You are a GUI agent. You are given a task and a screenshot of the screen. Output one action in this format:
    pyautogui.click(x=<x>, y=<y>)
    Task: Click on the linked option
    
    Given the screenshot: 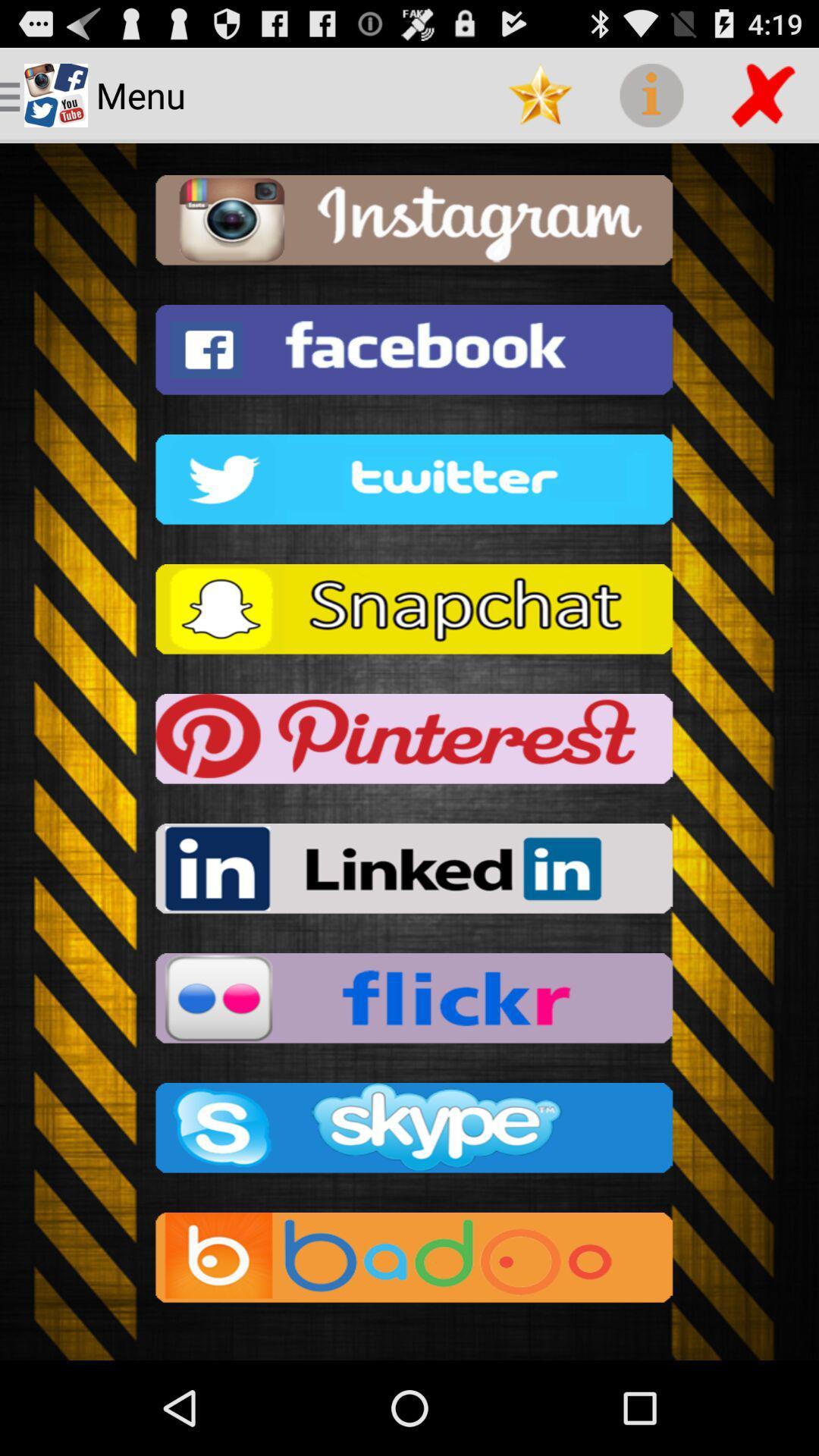 What is the action you would take?
    pyautogui.click(x=409, y=873)
    